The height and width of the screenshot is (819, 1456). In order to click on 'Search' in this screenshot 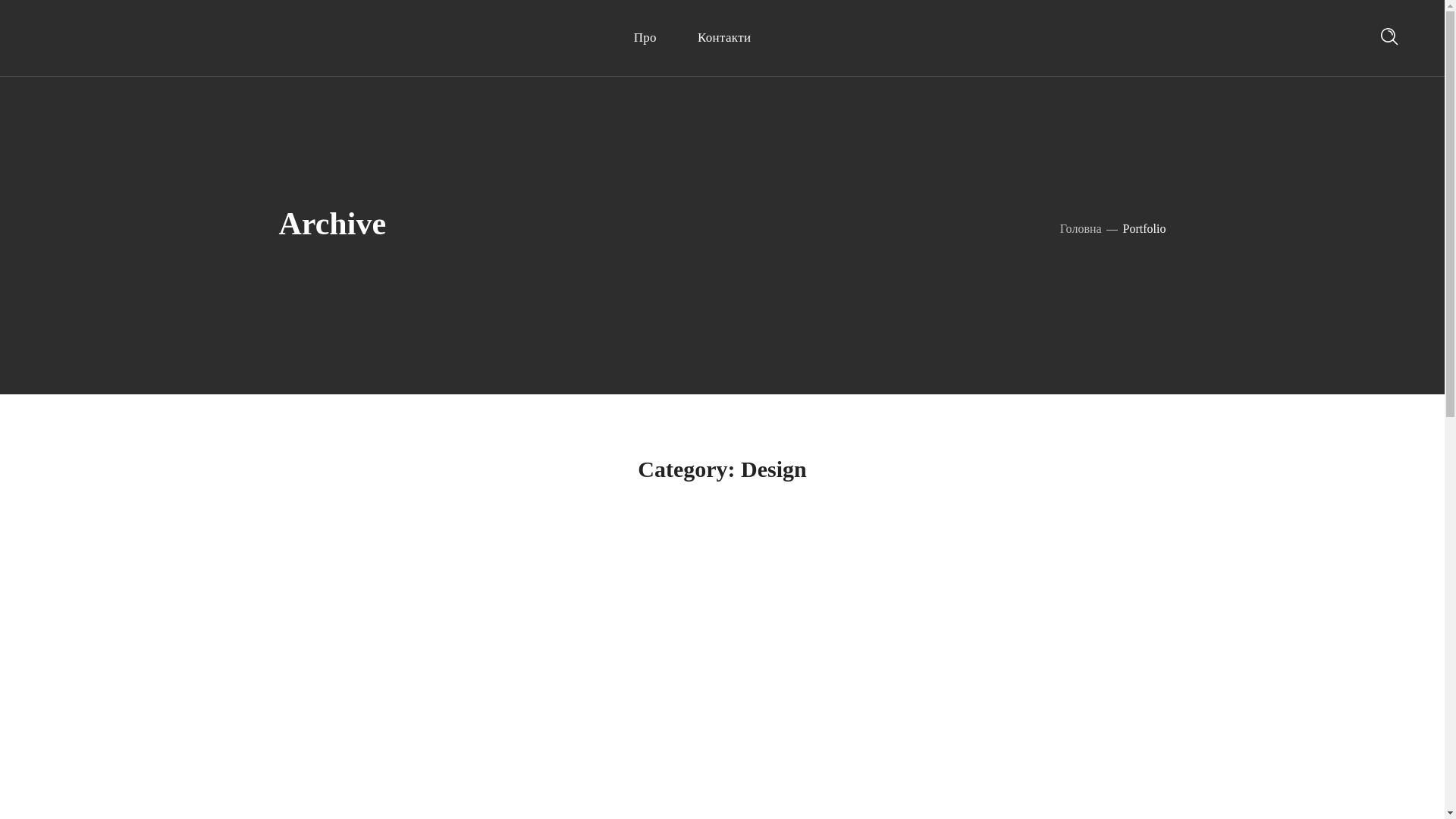, I will do `click(1344, 42)`.